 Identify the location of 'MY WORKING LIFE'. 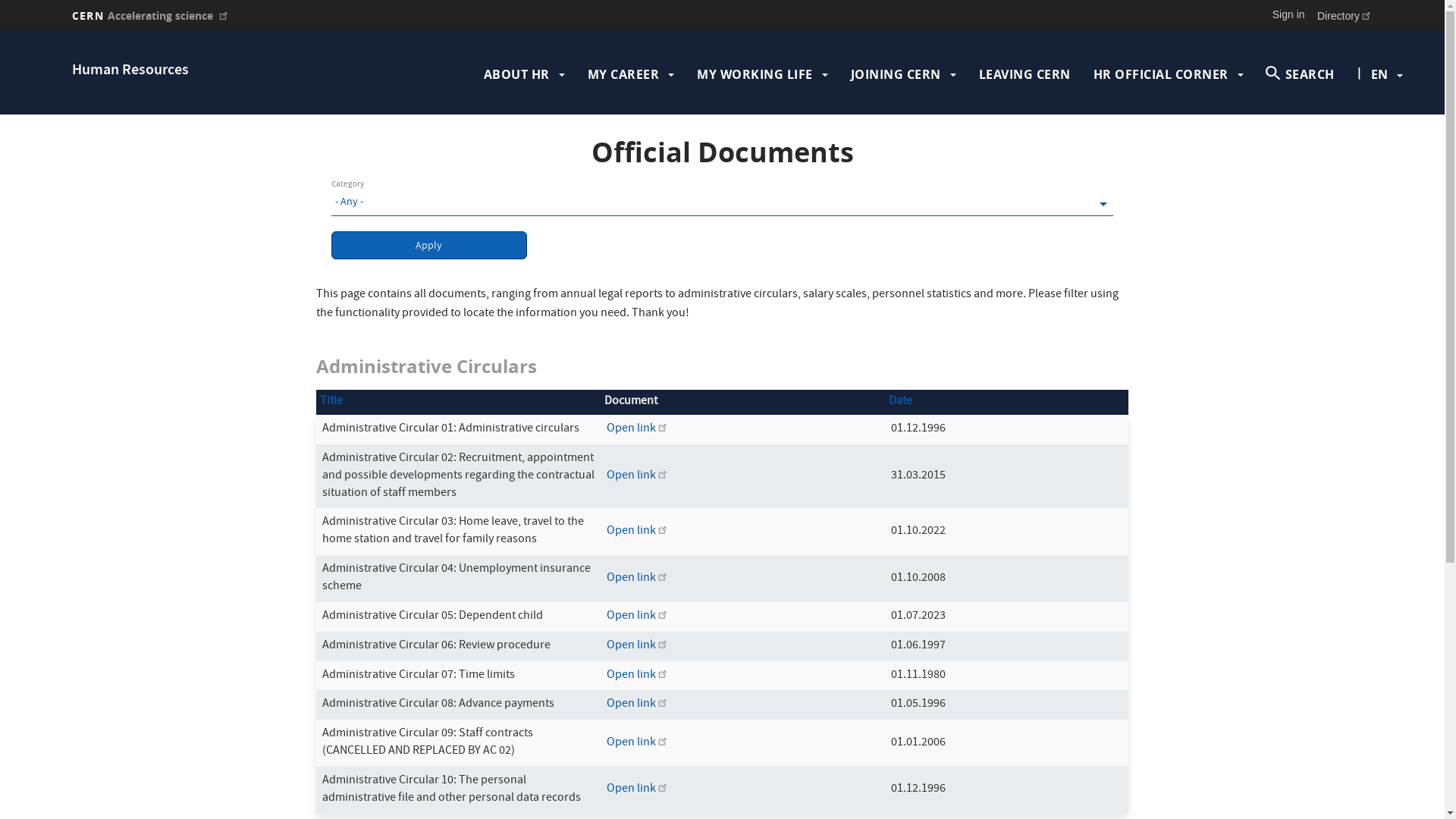
(755, 74).